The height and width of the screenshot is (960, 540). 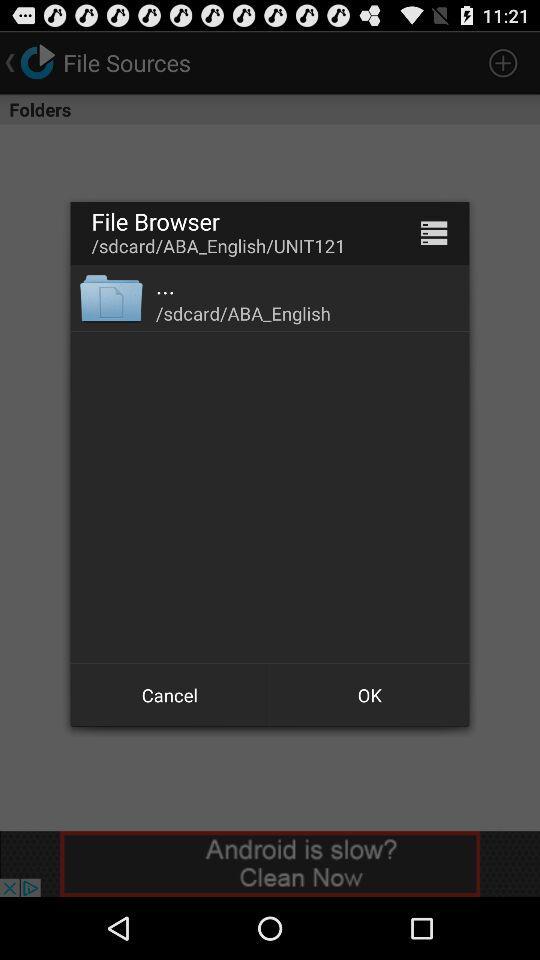 What do you see at coordinates (111, 296) in the screenshot?
I see `icon below the /sdcard/aba_english/unit121` at bounding box center [111, 296].